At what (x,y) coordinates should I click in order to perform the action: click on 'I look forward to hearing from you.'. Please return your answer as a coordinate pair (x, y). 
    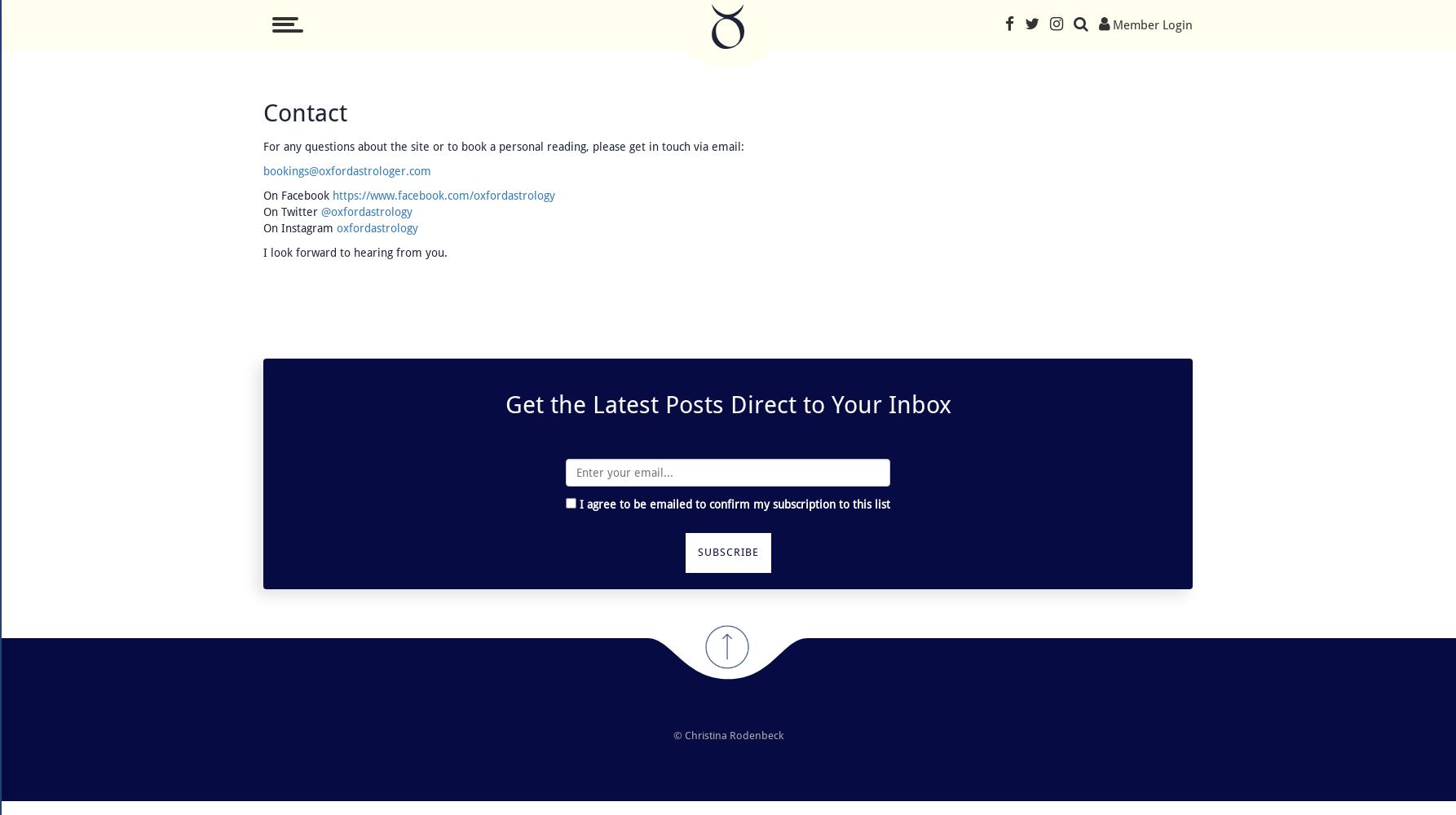
    Looking at the image, I should click on (355, 253).